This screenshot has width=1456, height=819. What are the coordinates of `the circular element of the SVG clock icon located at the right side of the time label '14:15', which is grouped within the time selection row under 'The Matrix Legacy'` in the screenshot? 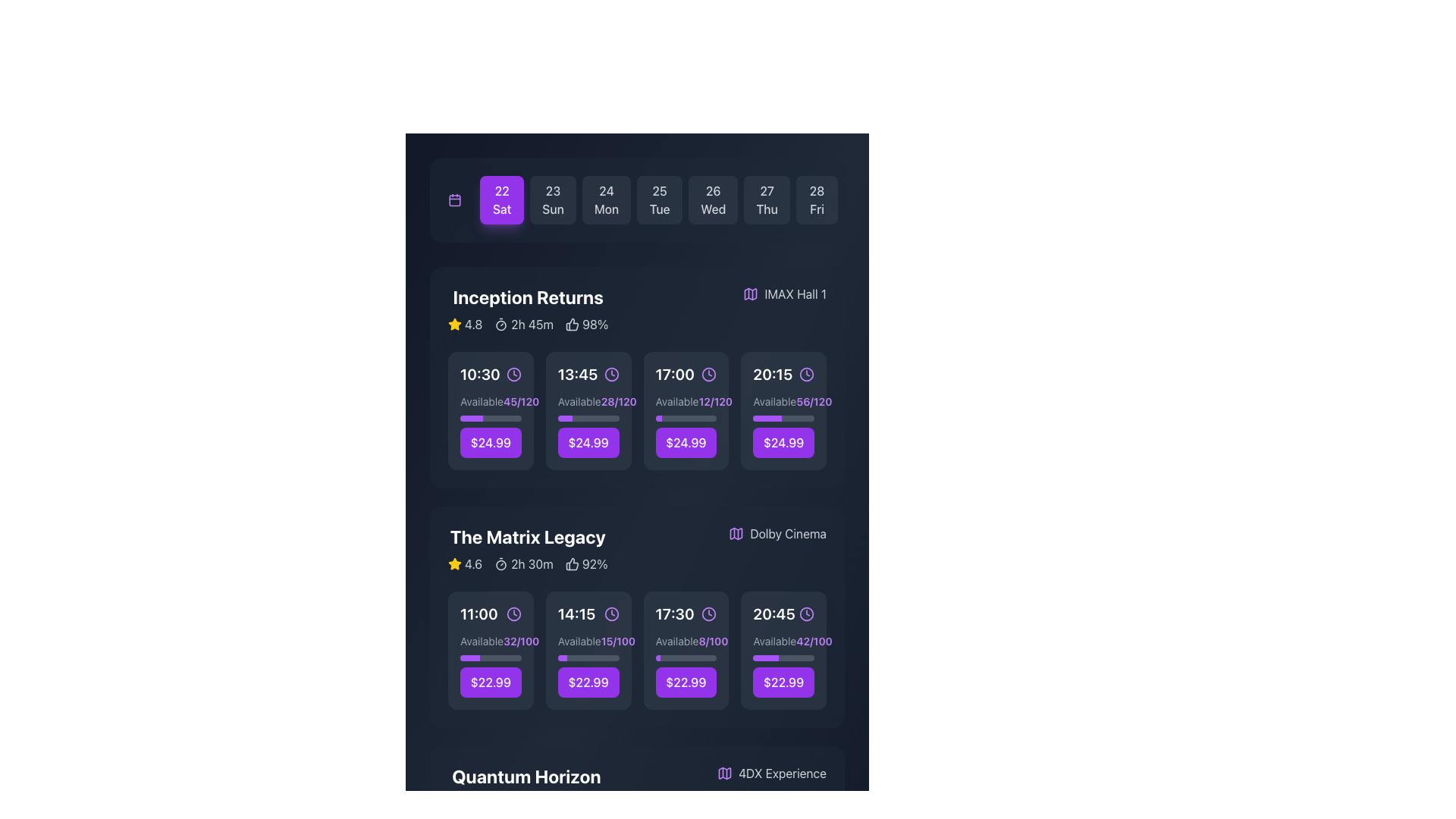 It's located at (611, 614).